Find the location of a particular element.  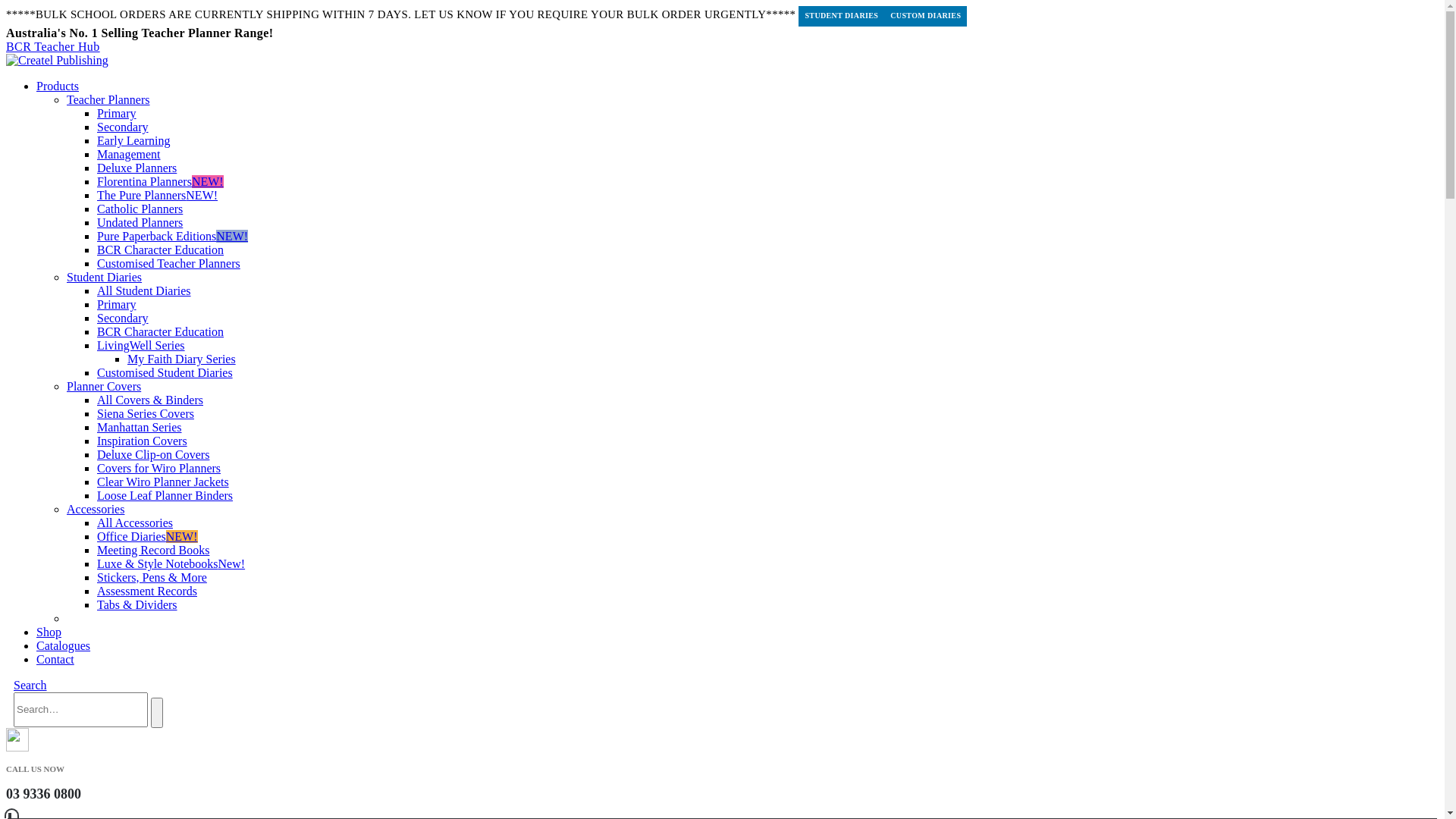

'All Student Diaries' is located at coordinates (144, 290).